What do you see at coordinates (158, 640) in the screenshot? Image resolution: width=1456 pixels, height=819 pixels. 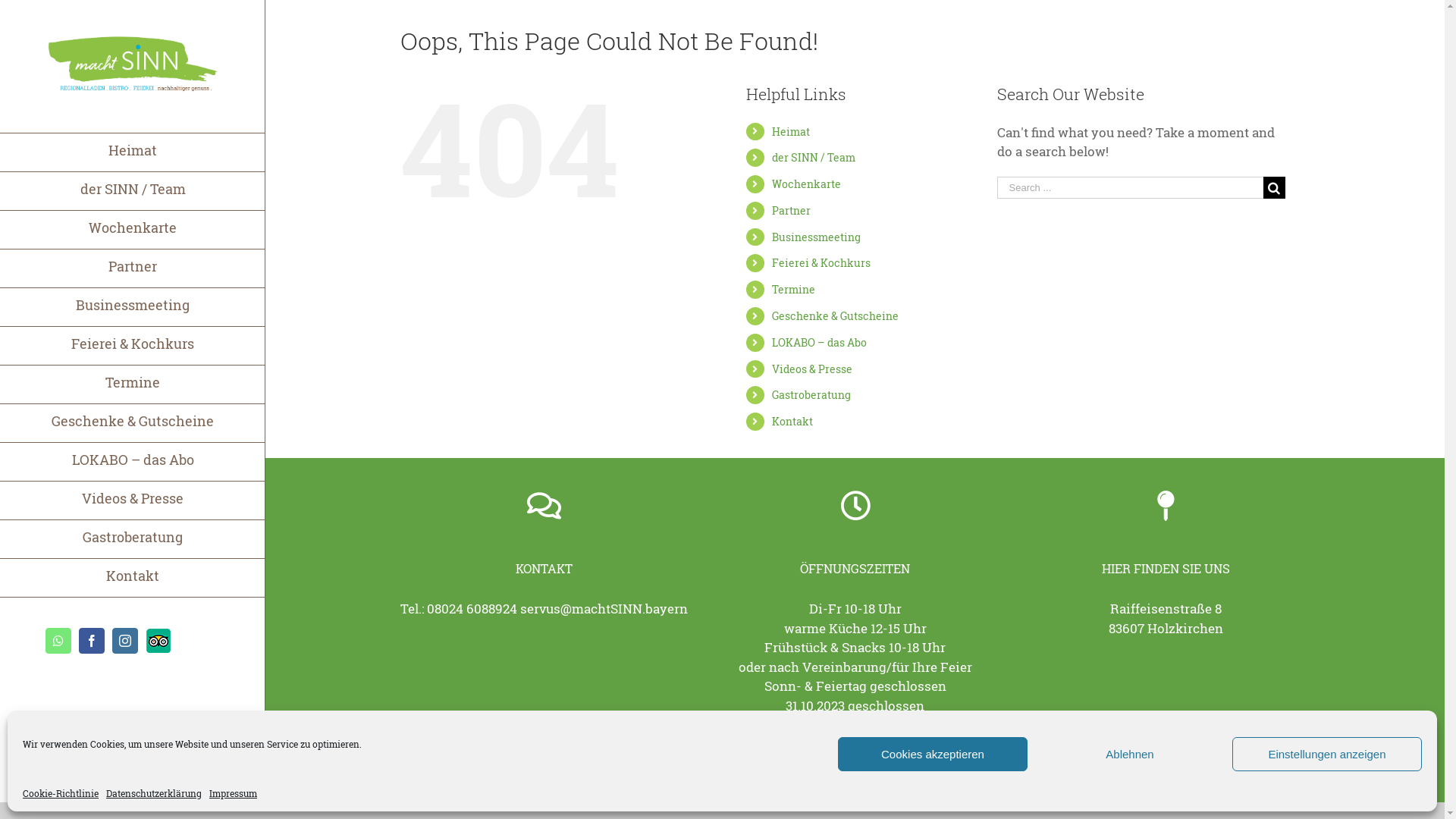 I see `'Tripadvisor'` at bounding box center [158, 640].